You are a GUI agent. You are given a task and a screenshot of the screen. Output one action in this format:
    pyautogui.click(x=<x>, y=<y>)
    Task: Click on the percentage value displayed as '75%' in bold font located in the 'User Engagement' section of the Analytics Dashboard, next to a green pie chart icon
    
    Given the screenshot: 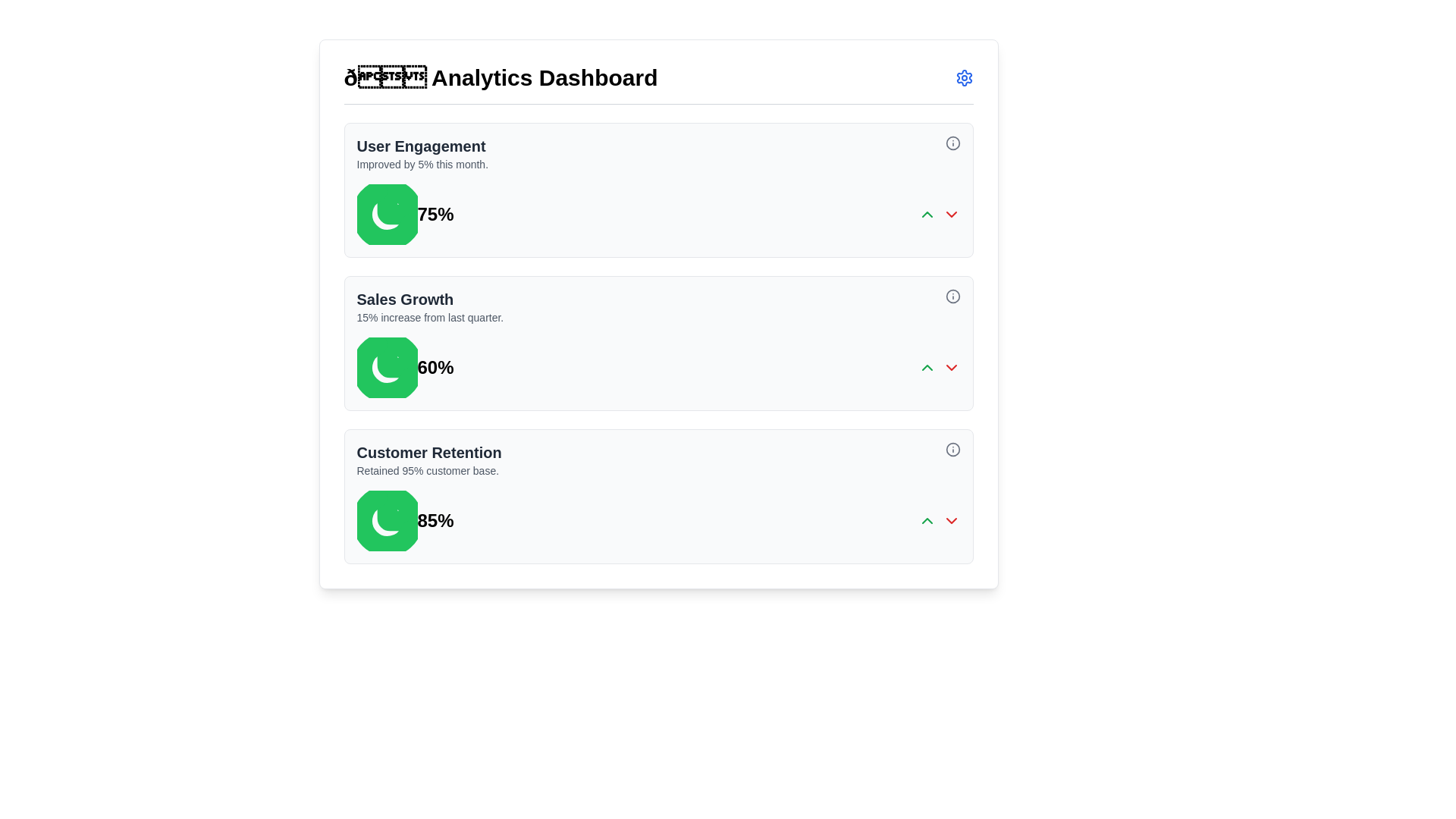 What is the action you would take?
    pyautogui.click(x=435, y=214)
    